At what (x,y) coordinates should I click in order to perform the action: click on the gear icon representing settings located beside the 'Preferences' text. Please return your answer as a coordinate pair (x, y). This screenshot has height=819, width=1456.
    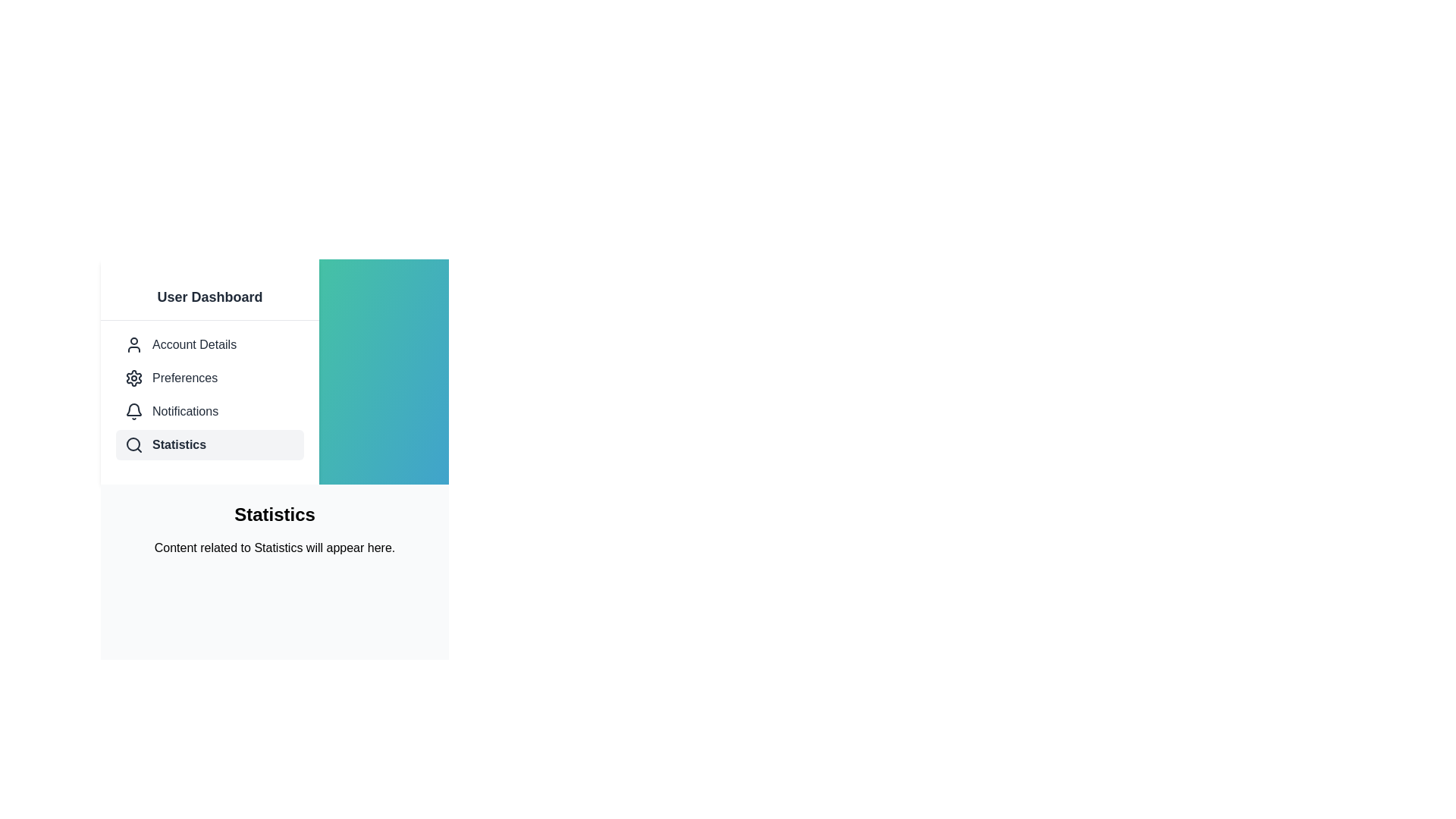
    Looking at the image, I should click on (134, 377).